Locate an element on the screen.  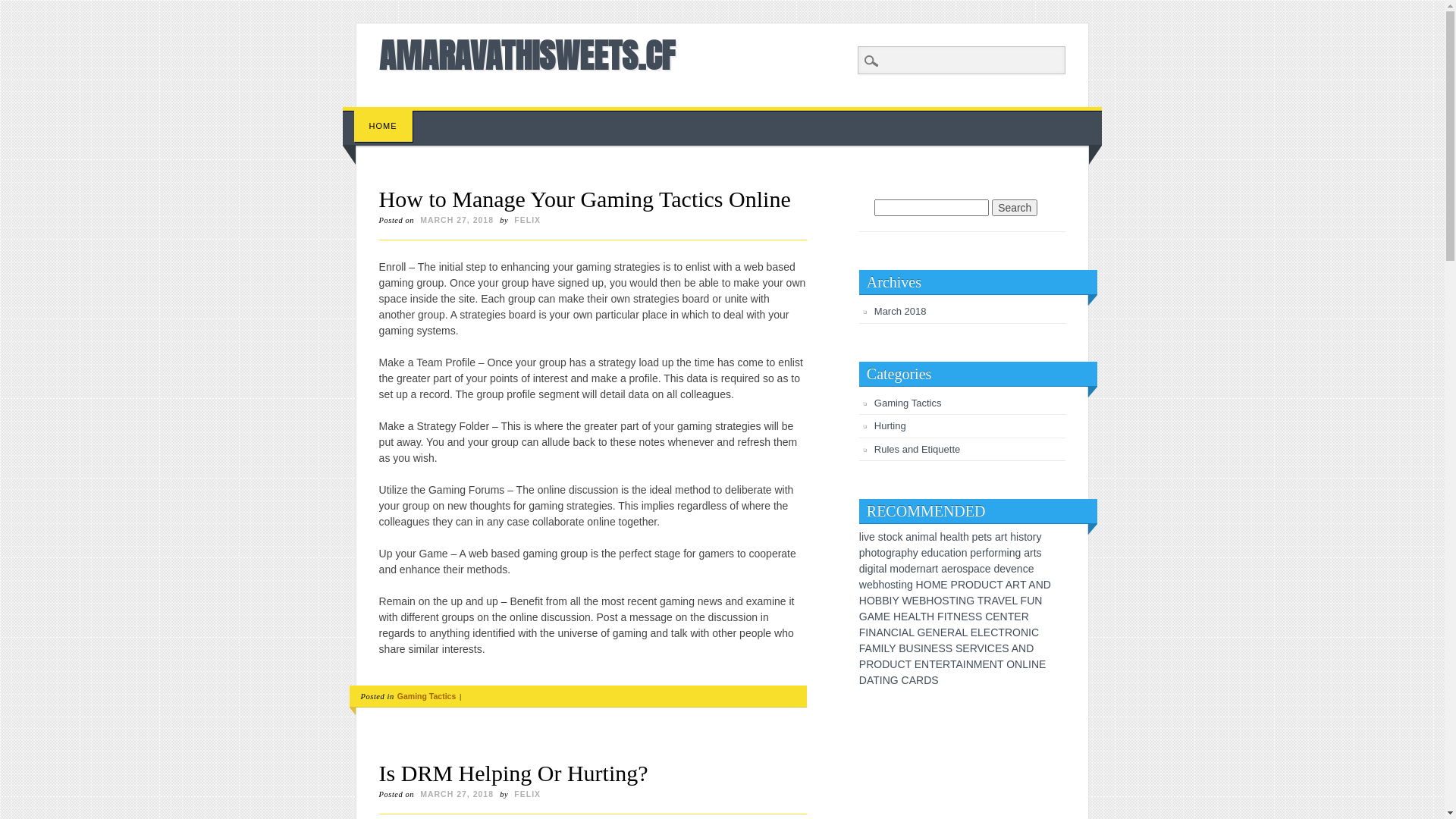
'W' is located at coordinates (906, 599).